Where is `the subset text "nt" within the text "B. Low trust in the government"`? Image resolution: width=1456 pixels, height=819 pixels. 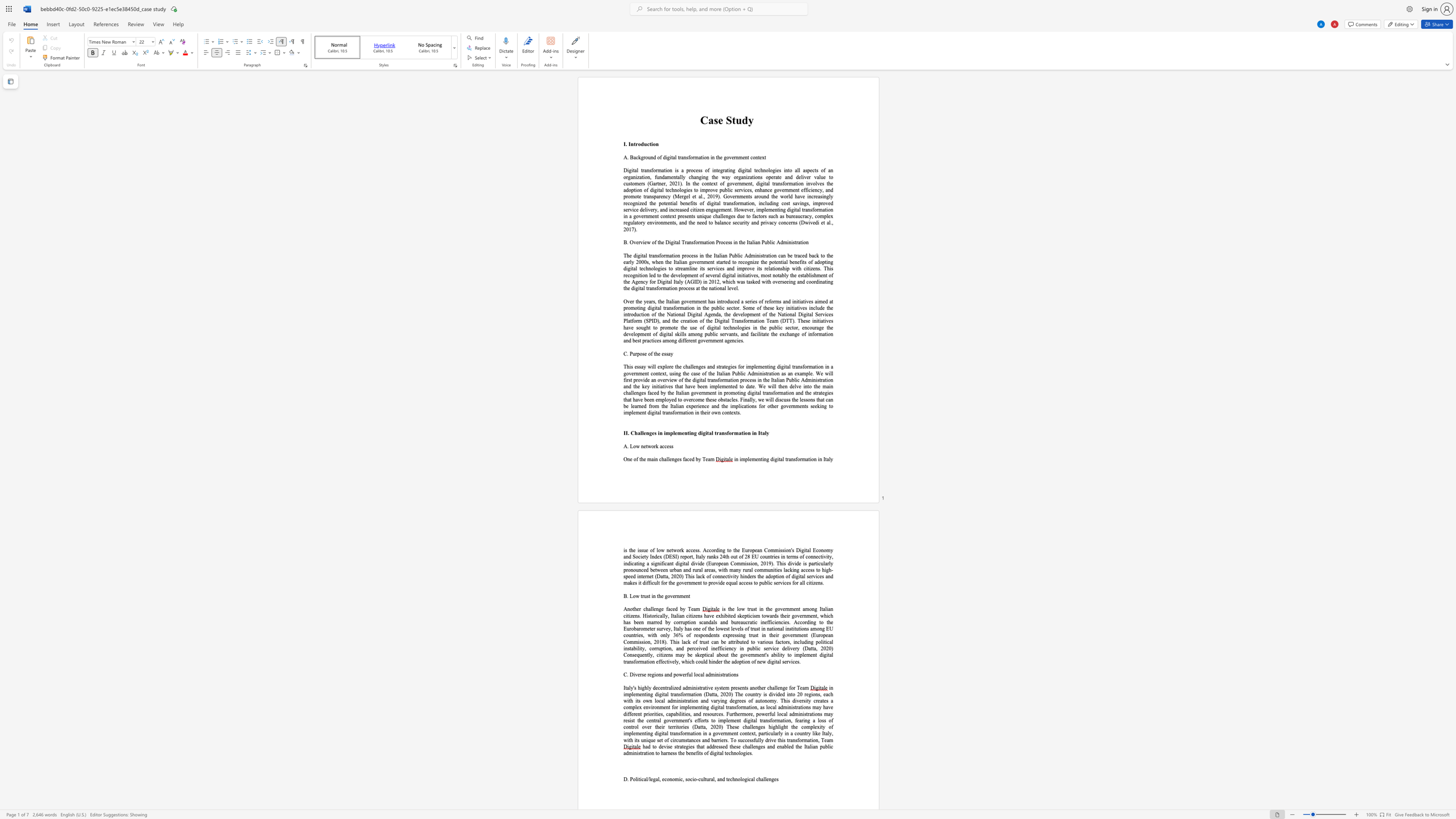 the subset text "nt" within the text "B. Low trust in the government" is located at coordinates (686, 596).